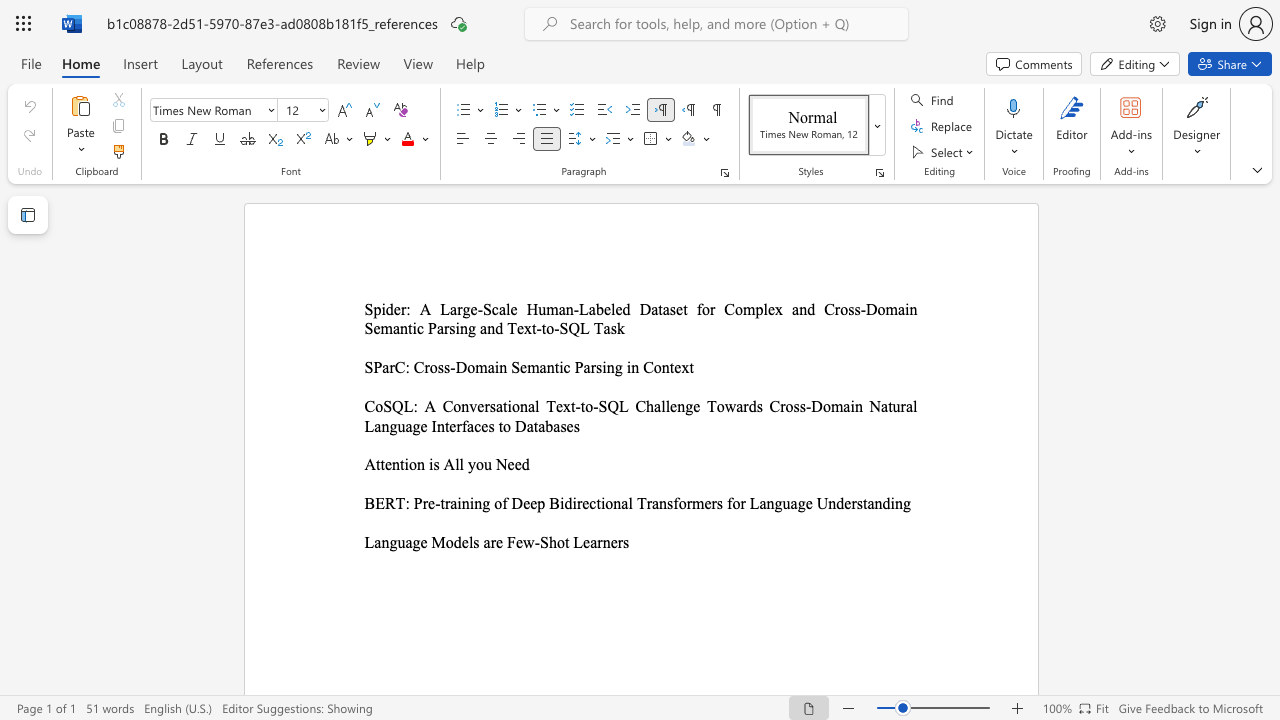  What do you see at coordinates (594, 367) in the screenshot?
I see `the subset text "sing i" within the text "SParC: Cross-Domain Semantic Parsing in Context"` at bounding box center [594, 367].